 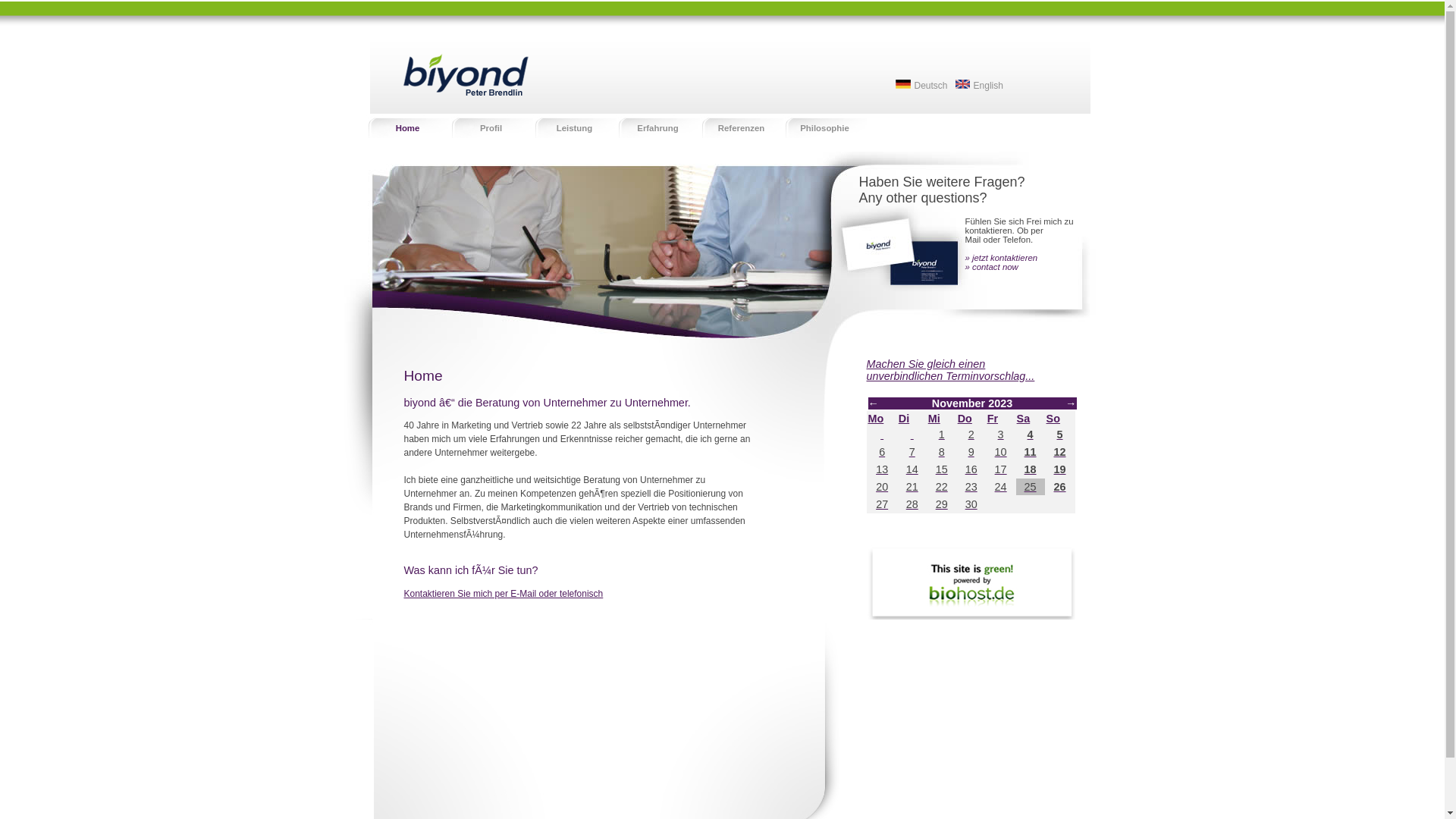 I want to click on '14', so click(x=912, y=468).